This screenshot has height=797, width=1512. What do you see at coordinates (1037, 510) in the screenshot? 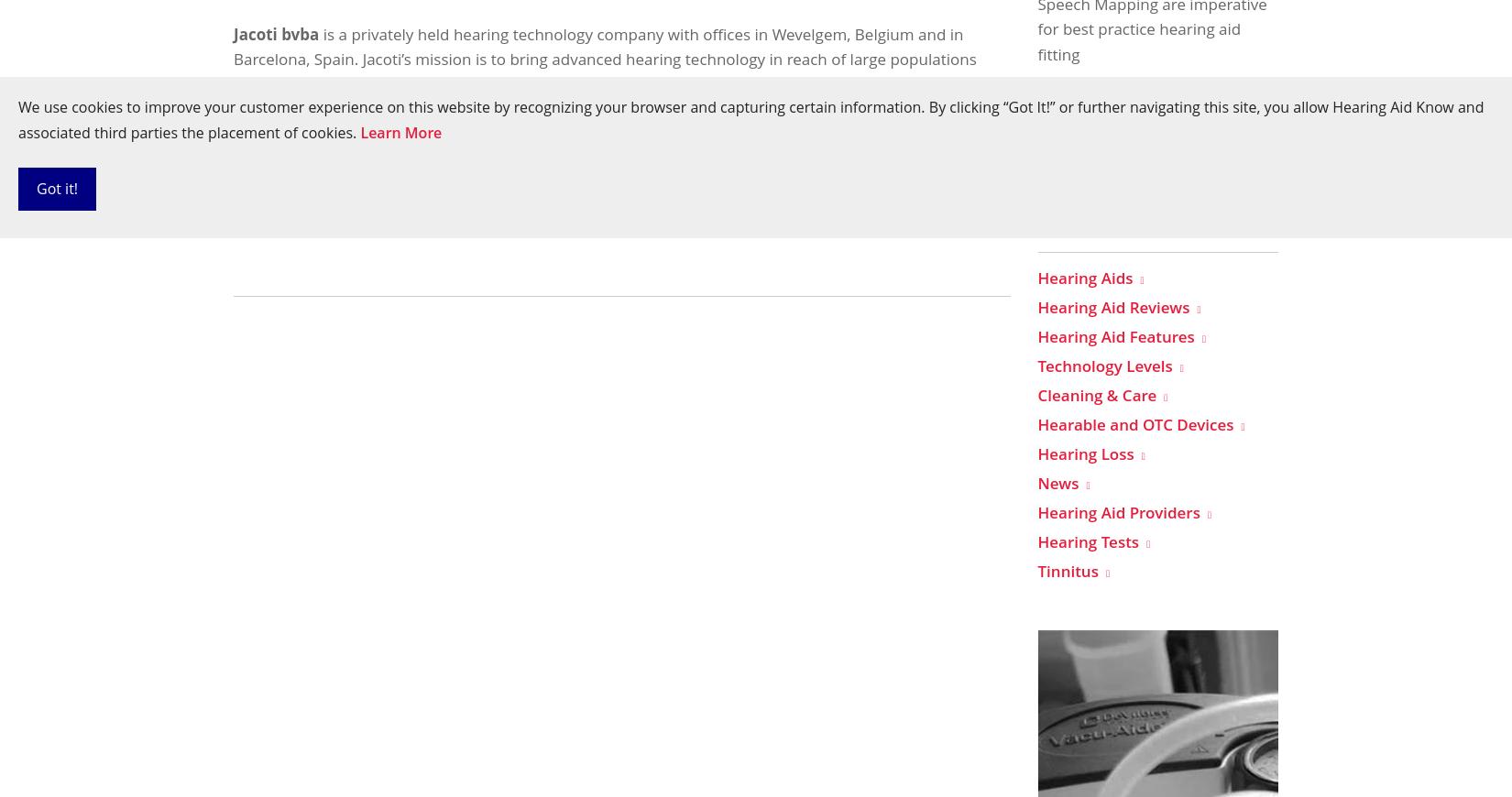
I see `'Hearing Aid Providers'` at bounding box center [1037, 510].